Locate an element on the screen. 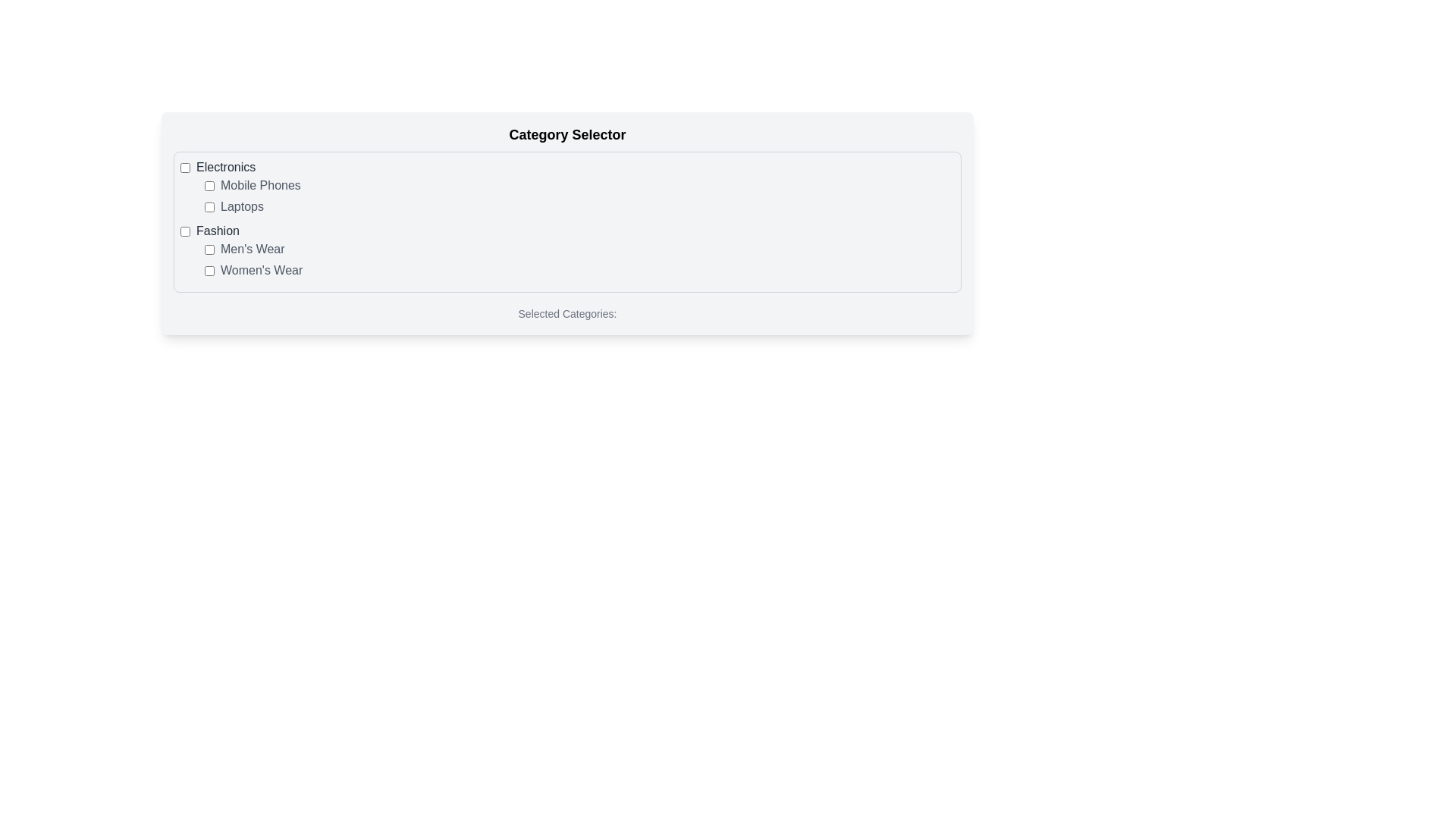 Image resolution: width=1456 pixels, height=819 pixels. the 'Women's Wear' label to associate it with its checkbox in the Fashion category is located at coordinates (262, 270).